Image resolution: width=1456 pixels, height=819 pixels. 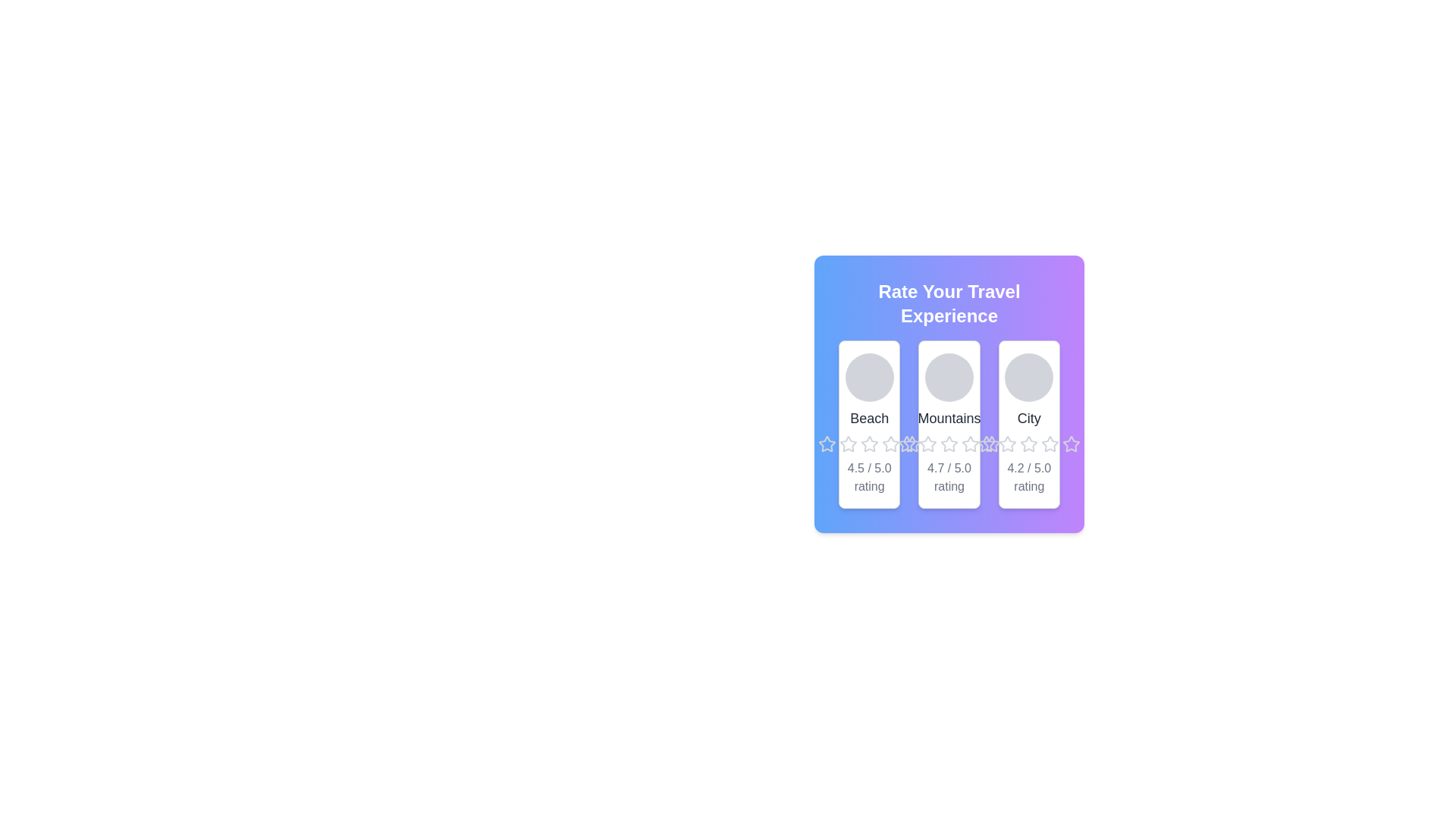 What do you see at coordinates (1029, 444) in the screenshot?
I see `the fifth star-shaped Rating Star Icon, which is located under the card labeled 'City' in the row of rating icons` at bounding box center [1029, 444].